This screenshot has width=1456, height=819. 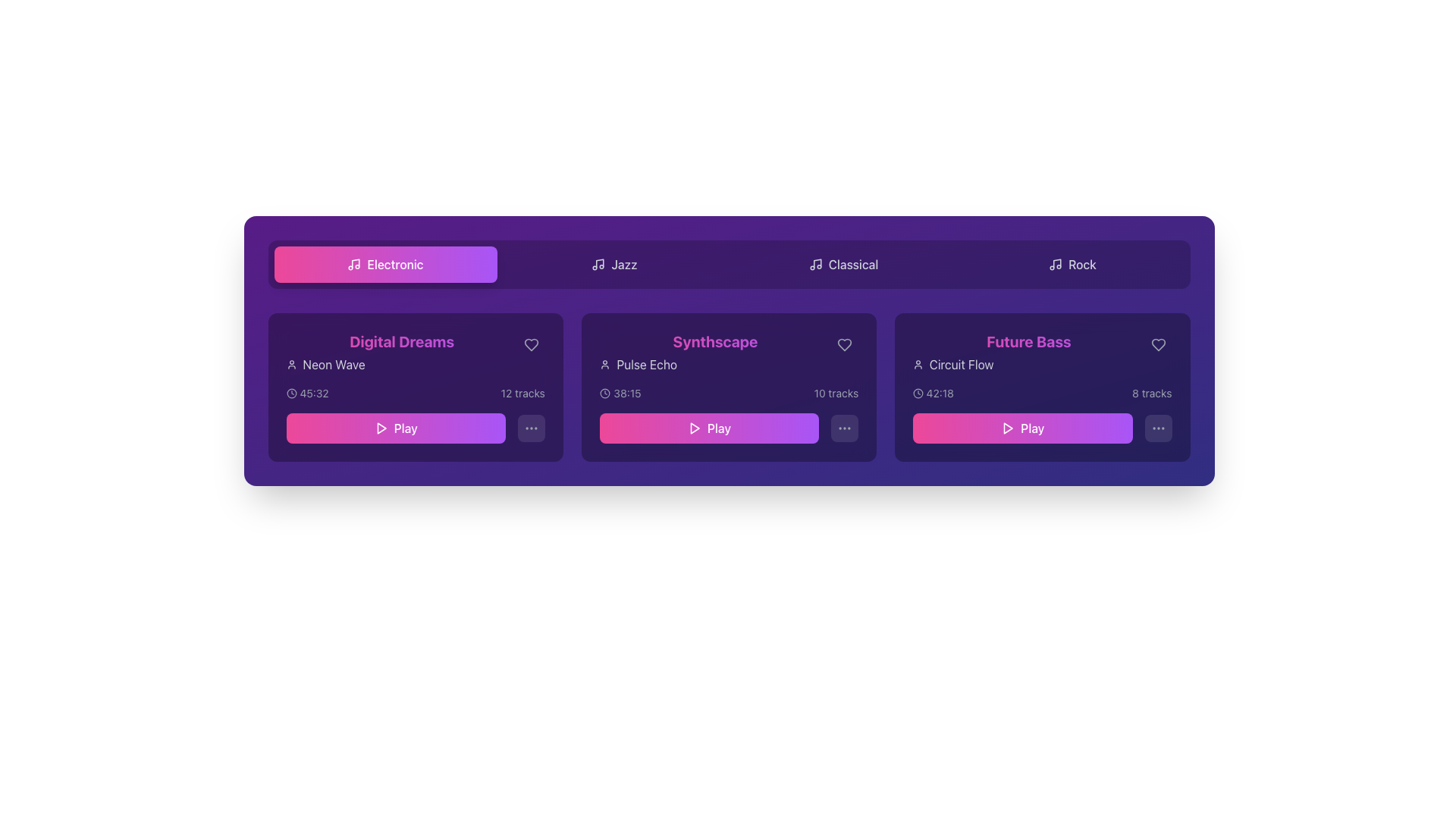 What do you see at coordinates (718, 428) in the screenshot?
I see `the textual label indicating the functionality of the 'Play' button within the 'Synthscape' card` at bounding box center [718, 428].